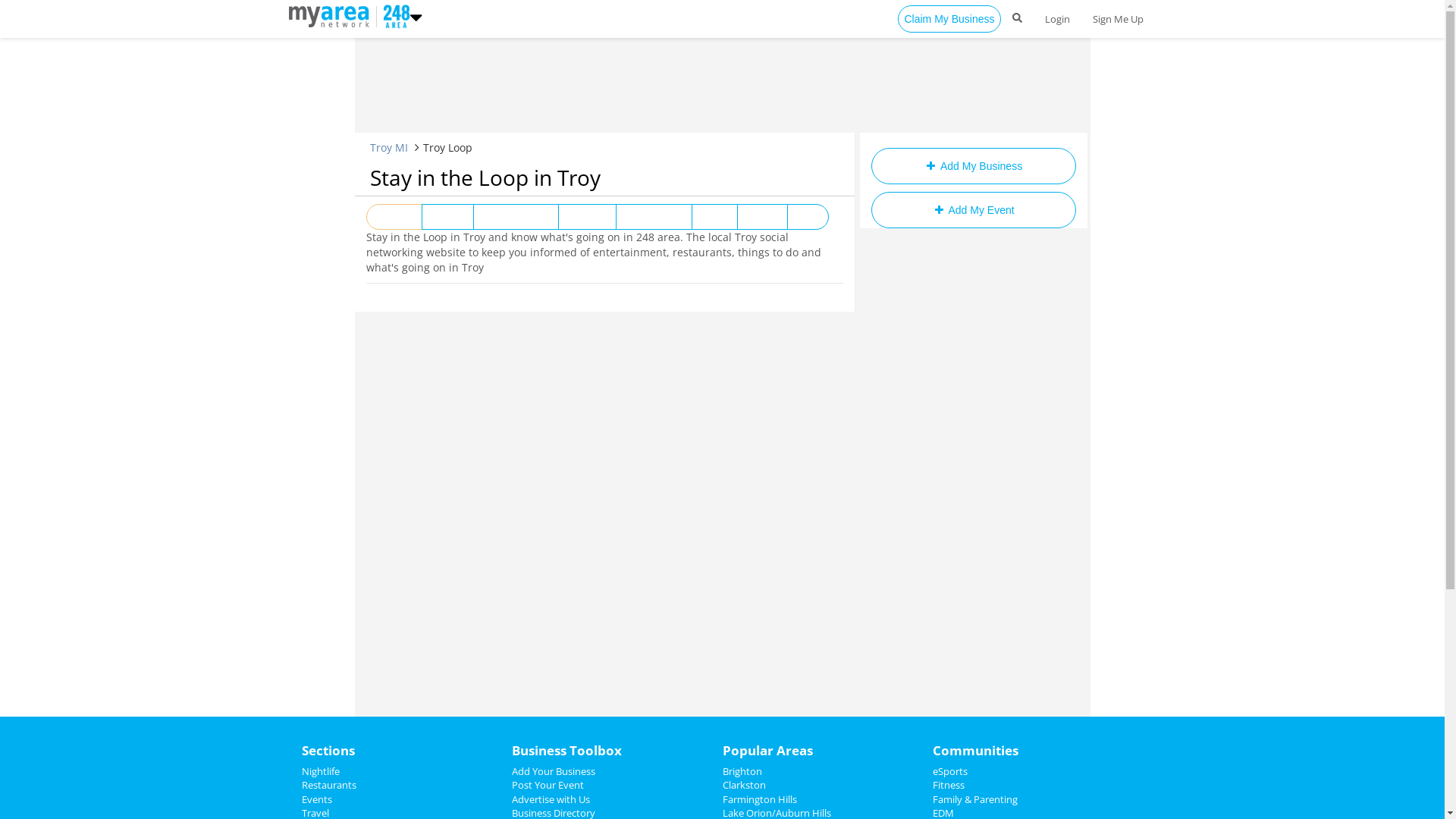  What do you see at coordinates (742, 771) in the screenshot?
I see `'Brighton'` at bounding box center [742, 771].